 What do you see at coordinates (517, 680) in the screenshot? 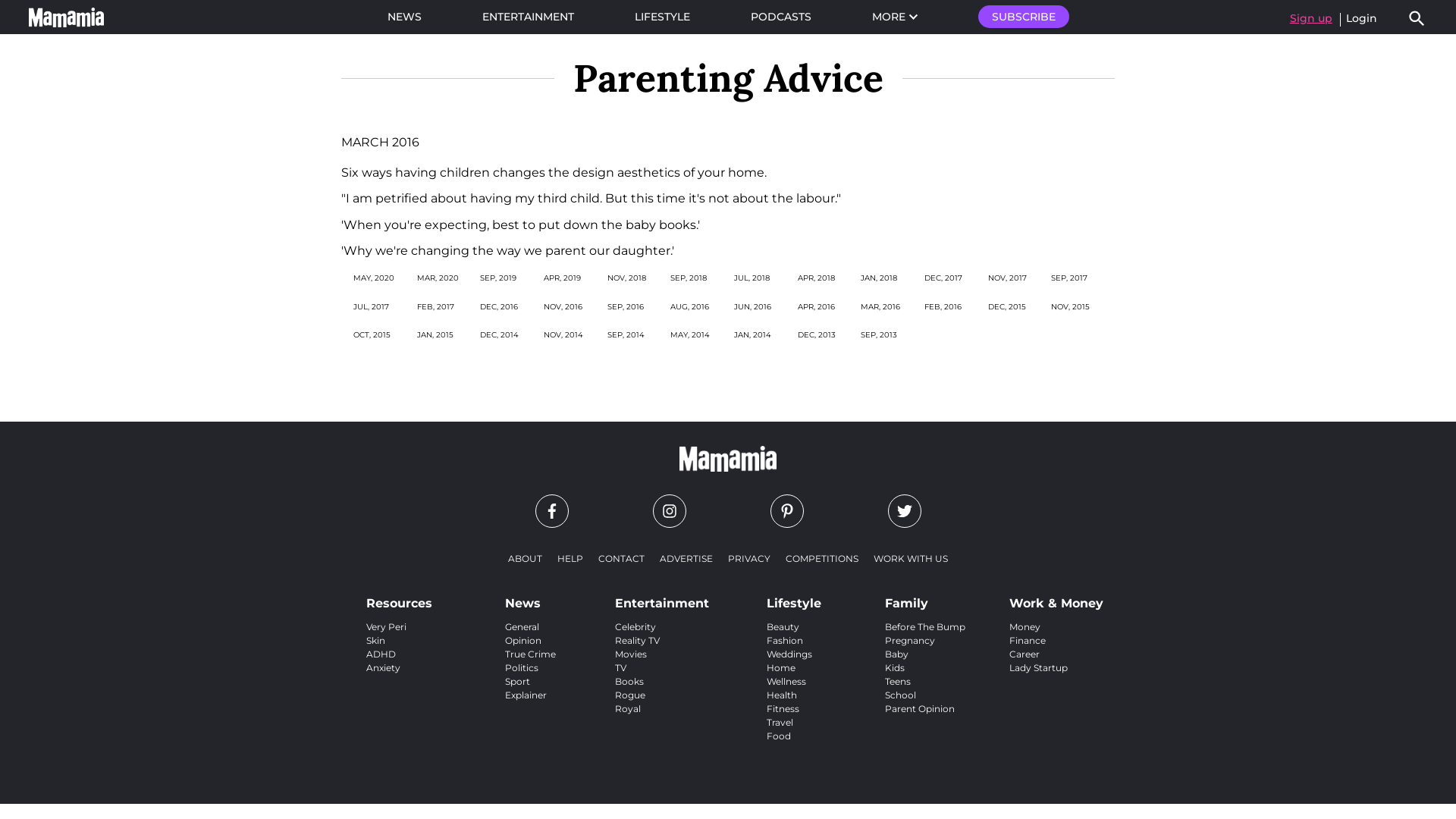
I see `'Sport'` at bounding box center [517, 680].